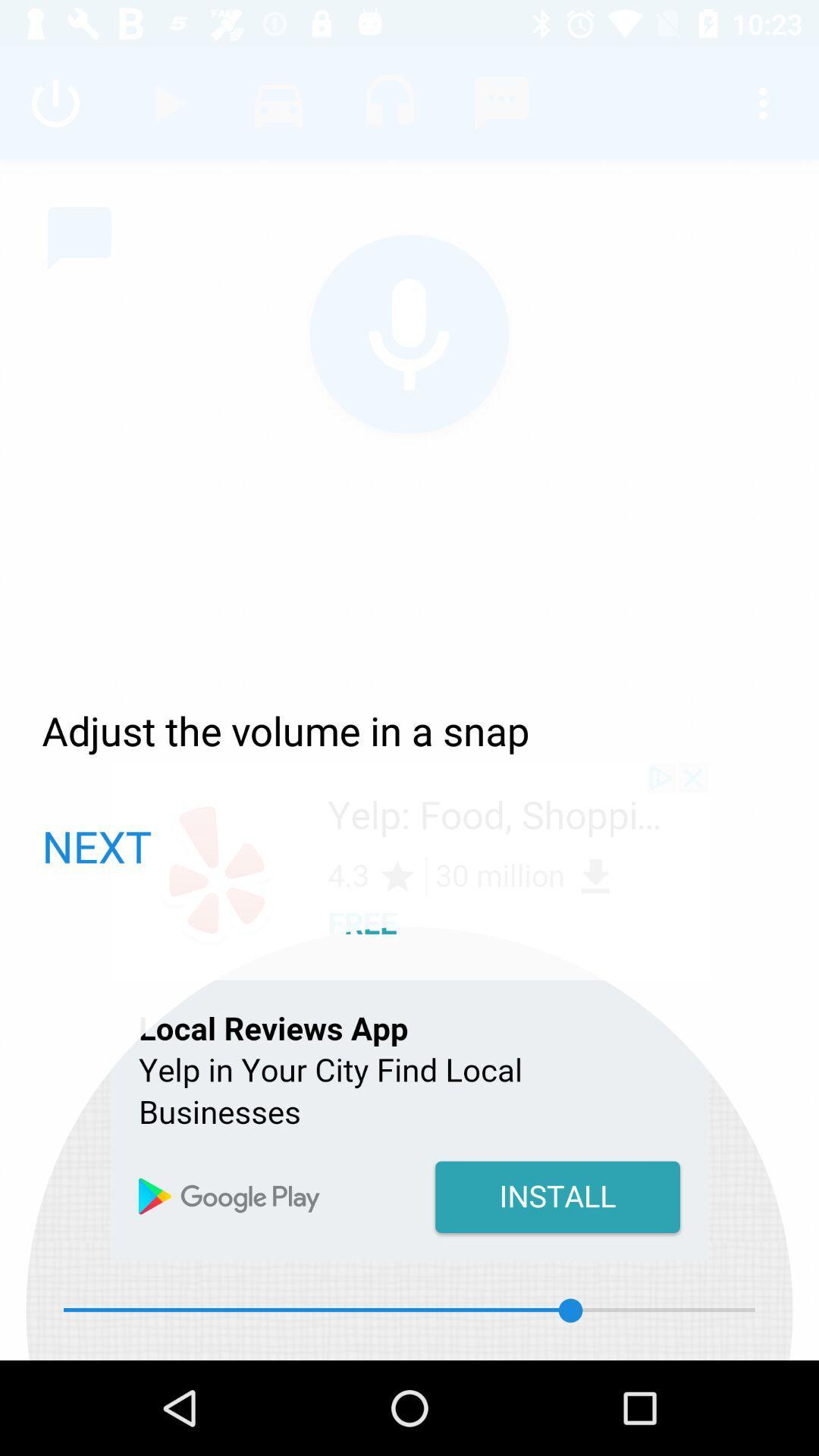 Image resolution: width=819 pixels, height=1456 pixels. Describe the element at coordinates (763, 102) in the screenshot. I see `the more icon` at that location.